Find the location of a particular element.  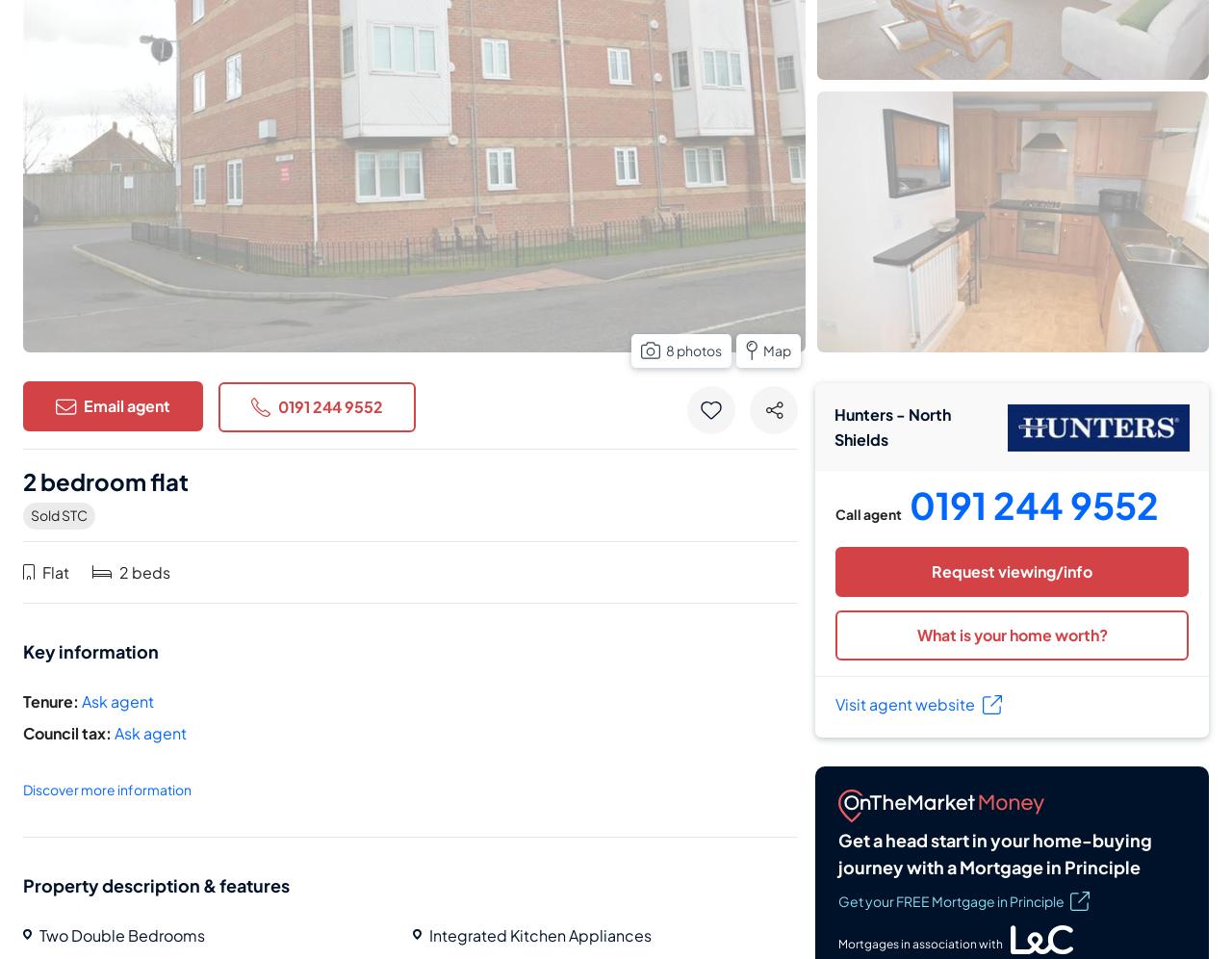

'Email agent' is located at coordinates (83, 405).